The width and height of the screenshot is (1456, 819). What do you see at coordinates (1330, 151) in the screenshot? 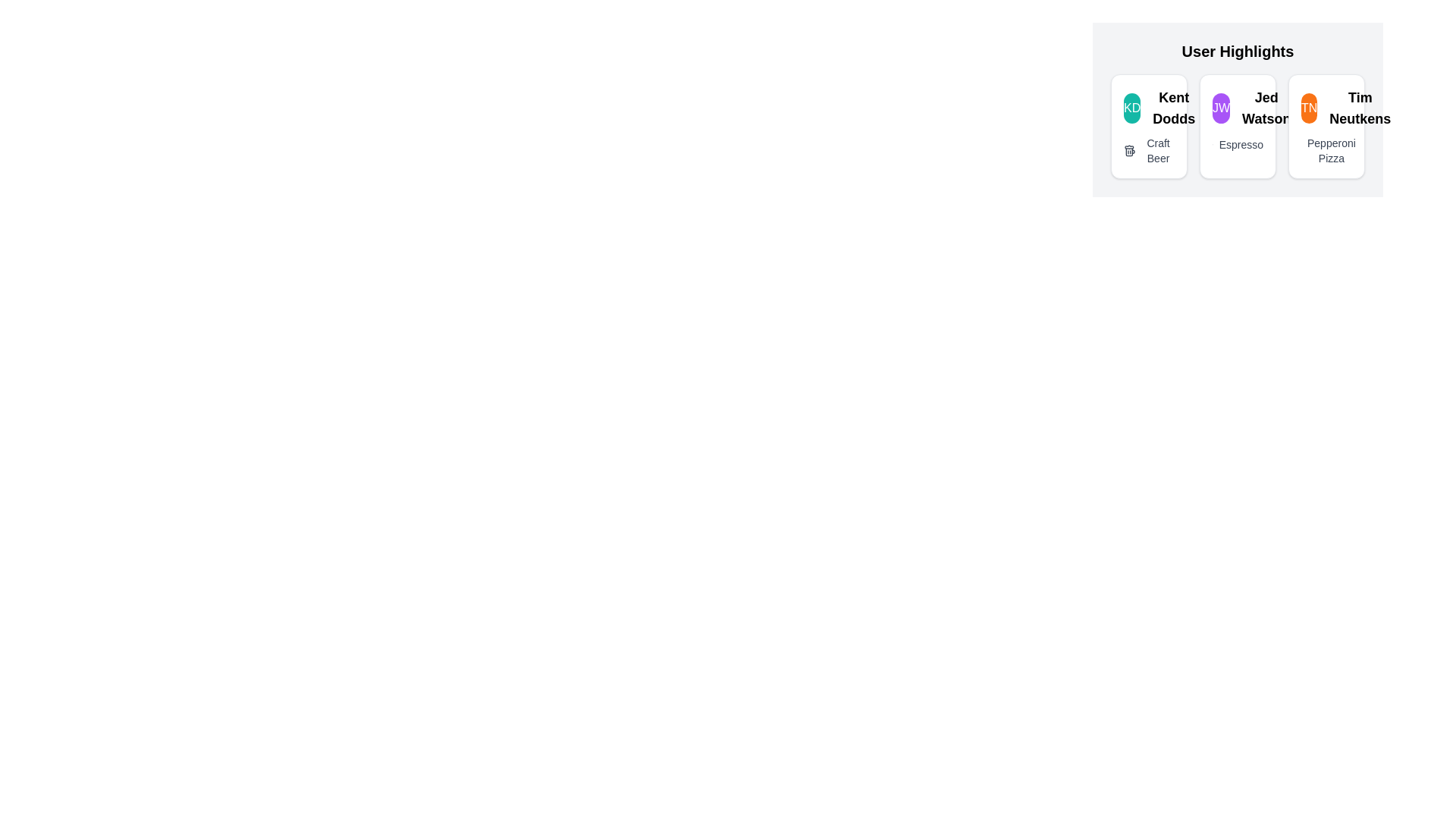
I see `the text label displaying 'Pepperoni Pizza', which is part of the user highlight section associated with Tim Neutkens, located in the third card of user cards` at bounding box center [1330, 151].